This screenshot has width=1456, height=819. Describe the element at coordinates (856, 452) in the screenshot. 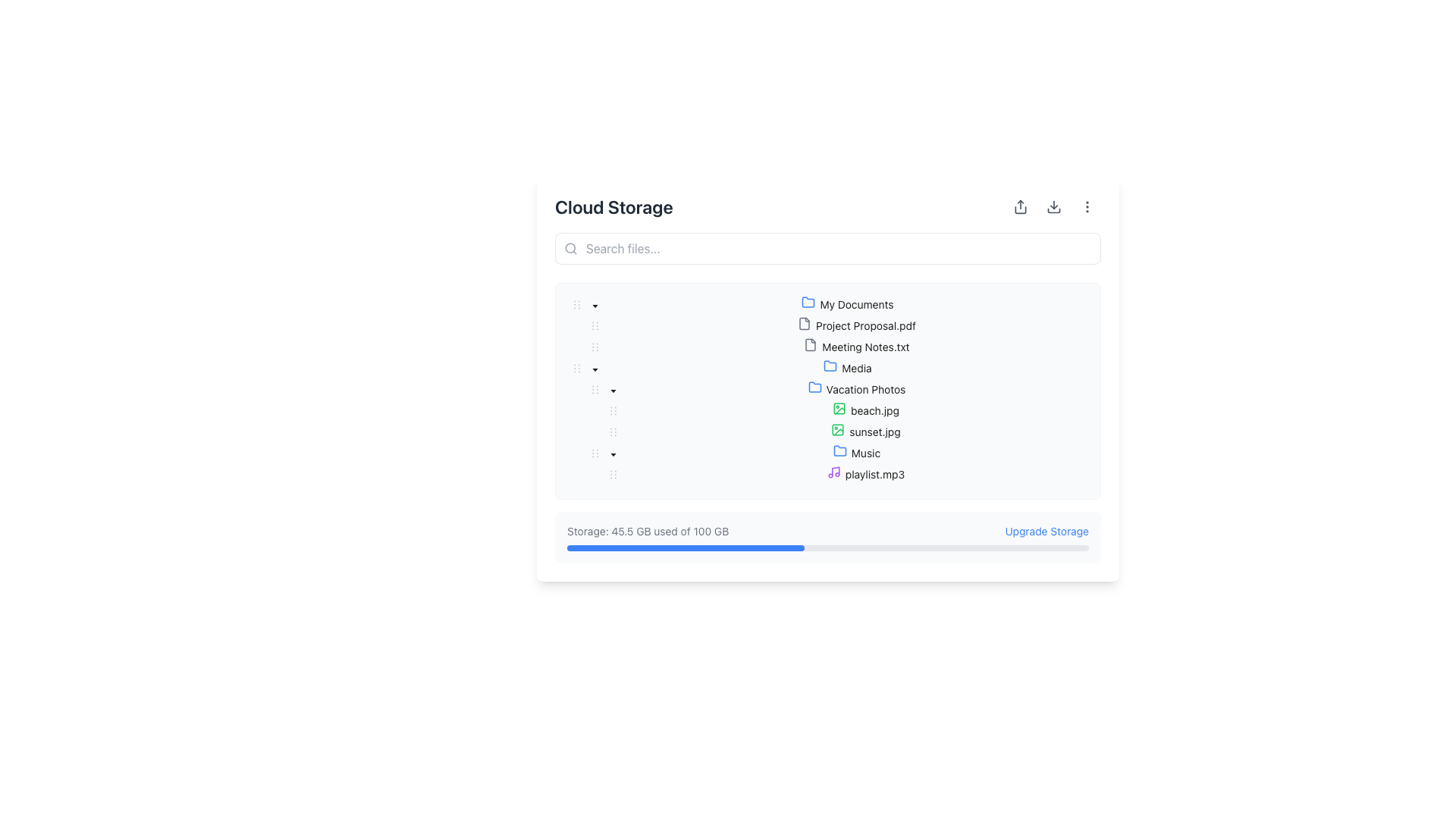

I see `the 'Music' folder in the tree view UI, which is represented by a blue folder icon and is located under the 'Media' folder in the 'Vacation Photos' section` at that location.